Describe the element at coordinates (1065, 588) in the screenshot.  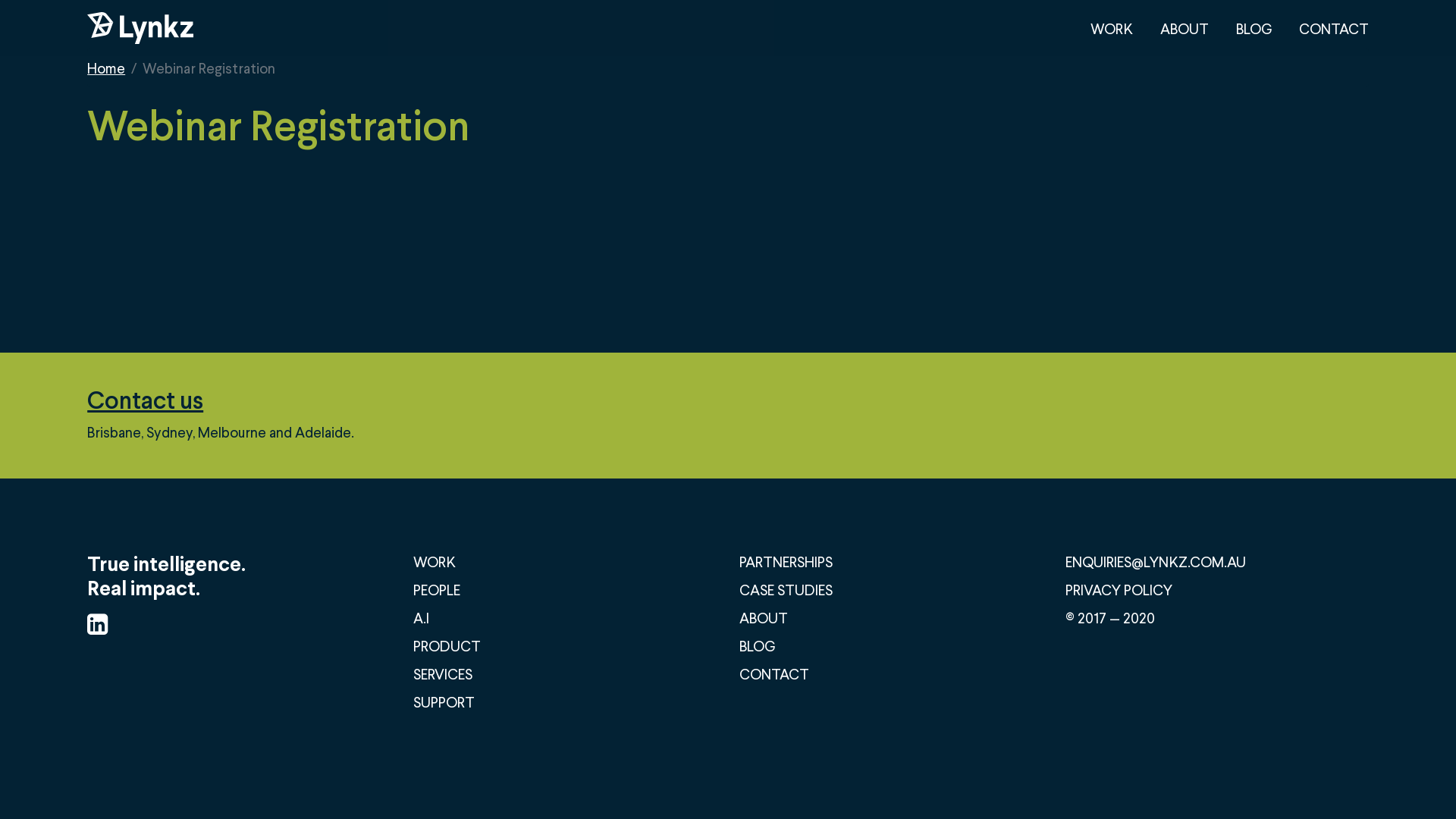
I see `'PRIVACY POLICY'` at that location.